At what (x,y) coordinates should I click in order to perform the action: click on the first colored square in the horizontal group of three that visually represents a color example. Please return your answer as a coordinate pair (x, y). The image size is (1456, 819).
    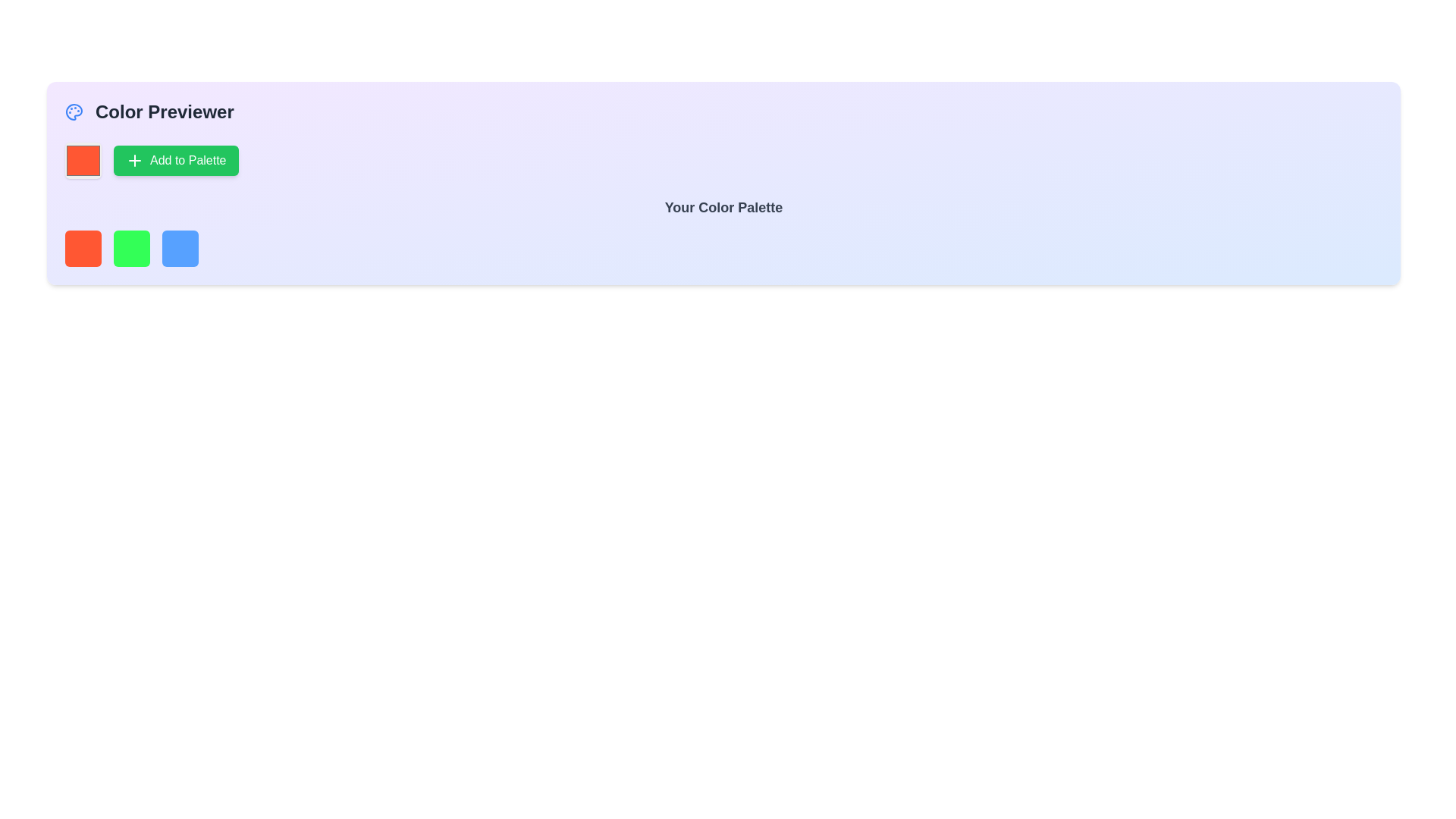
    Looking at the image, I should click on (83, 247).